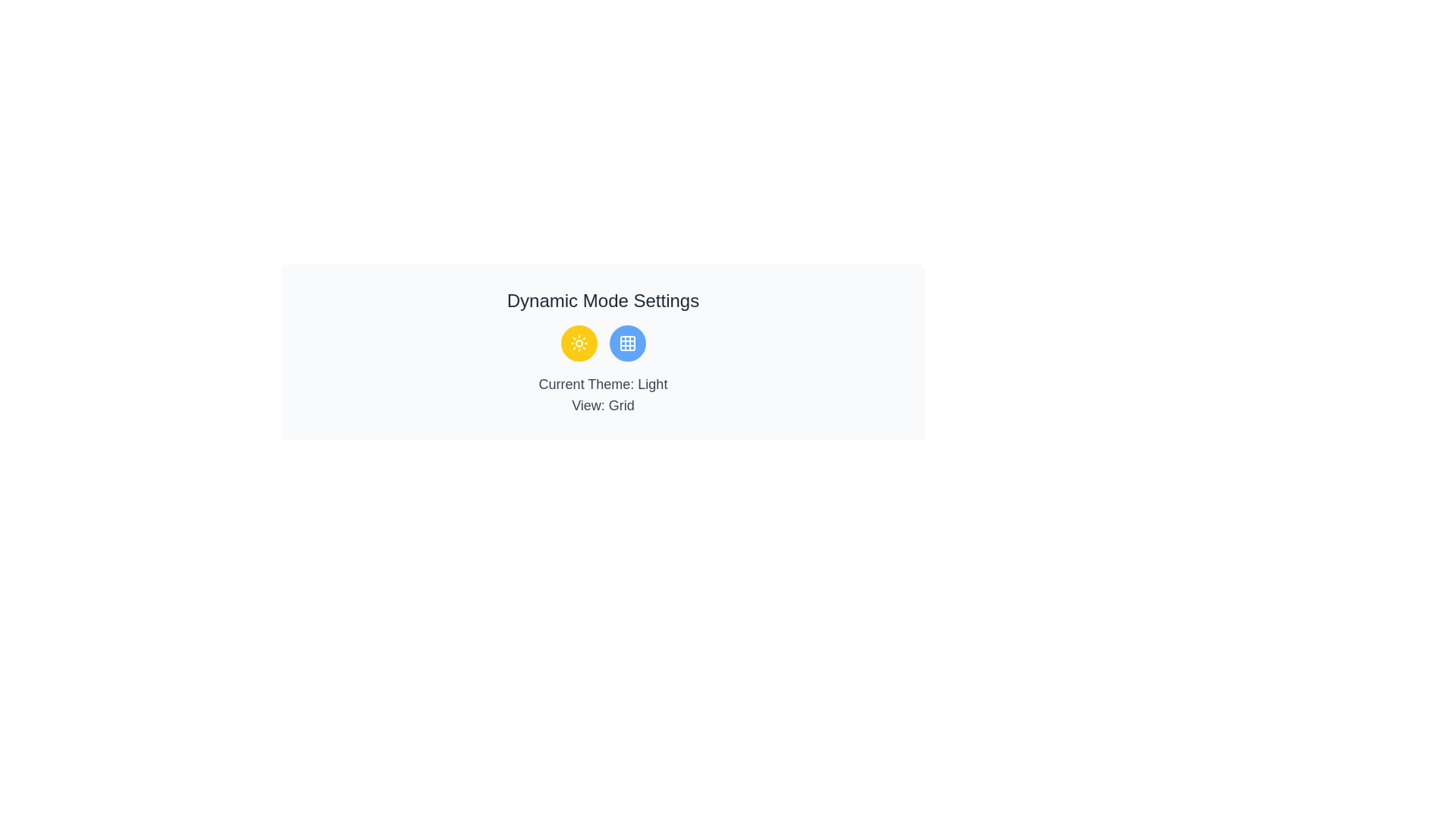 This screenshot has height=819, width=1456. What do you see at coordinates (578, 343) in the screenshot?
I see `the circular button with a yellow background and white sun icon located below the title 'Dynamic Mode Settings'` at bounding box center [578, 343].